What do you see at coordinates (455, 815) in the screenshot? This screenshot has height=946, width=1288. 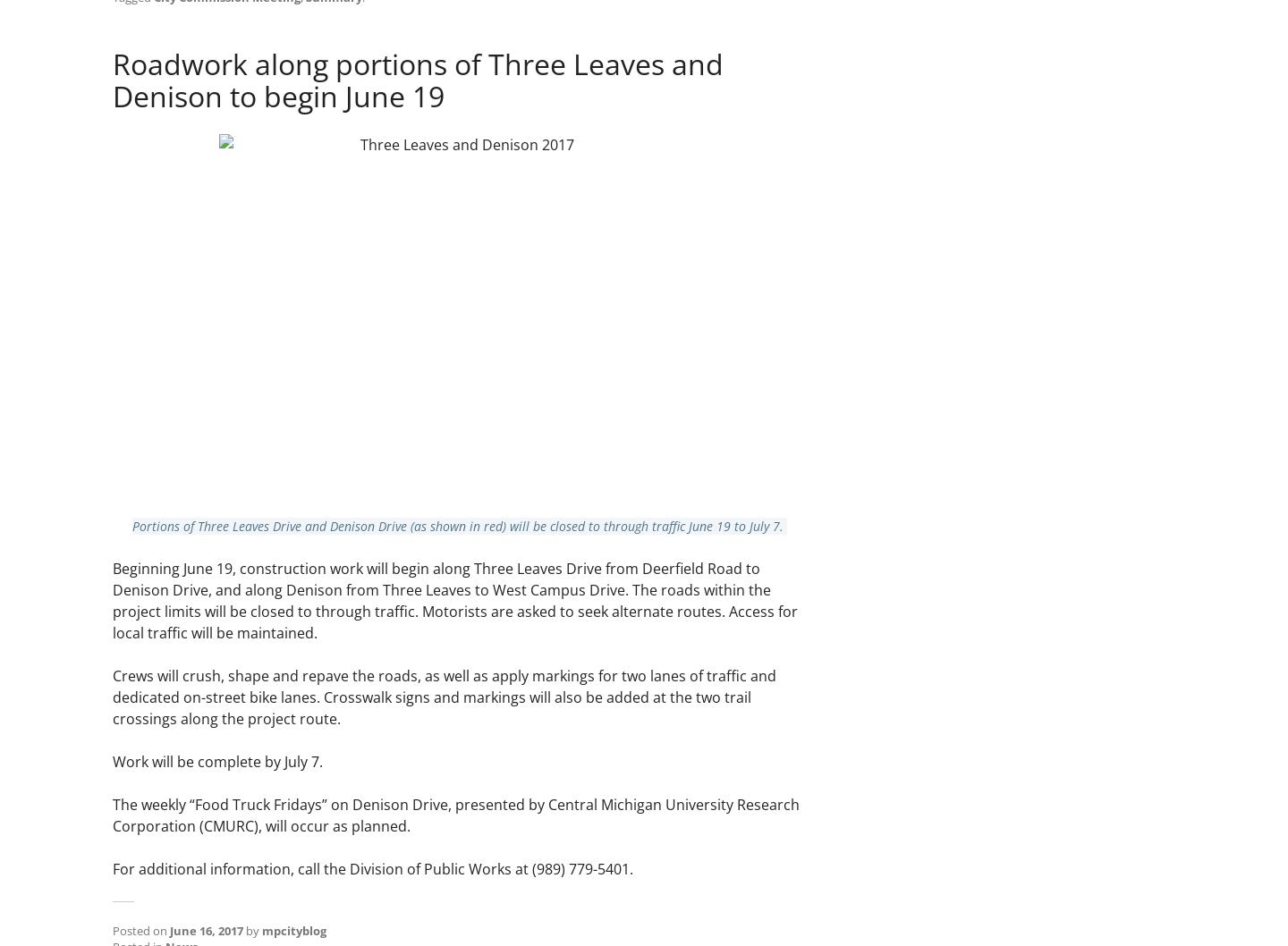 I see `'The weekly “Food Truck Fridays” on Denison Drive, presented by Central Michigan University Research Corporation (CMURC), will occur as planned.'` at bounding box center [455, 815].